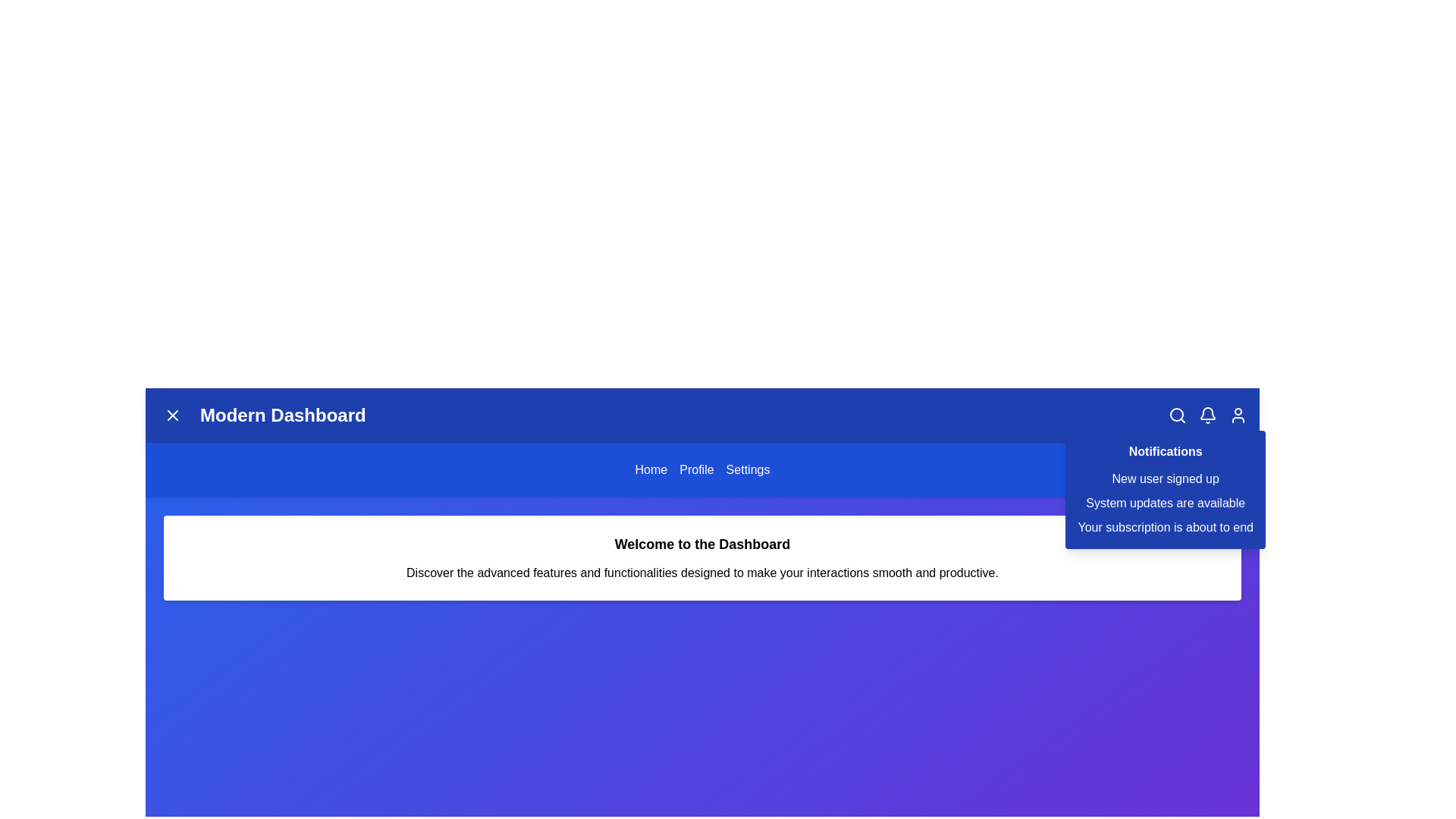 The height and width of the screenshot is (819, 1456). What do you see at coordinates (172, 415) in the screenshot?
I see `menu toggle button in the app bar to toggle the menu visibility` at bounding box center [172, 415].